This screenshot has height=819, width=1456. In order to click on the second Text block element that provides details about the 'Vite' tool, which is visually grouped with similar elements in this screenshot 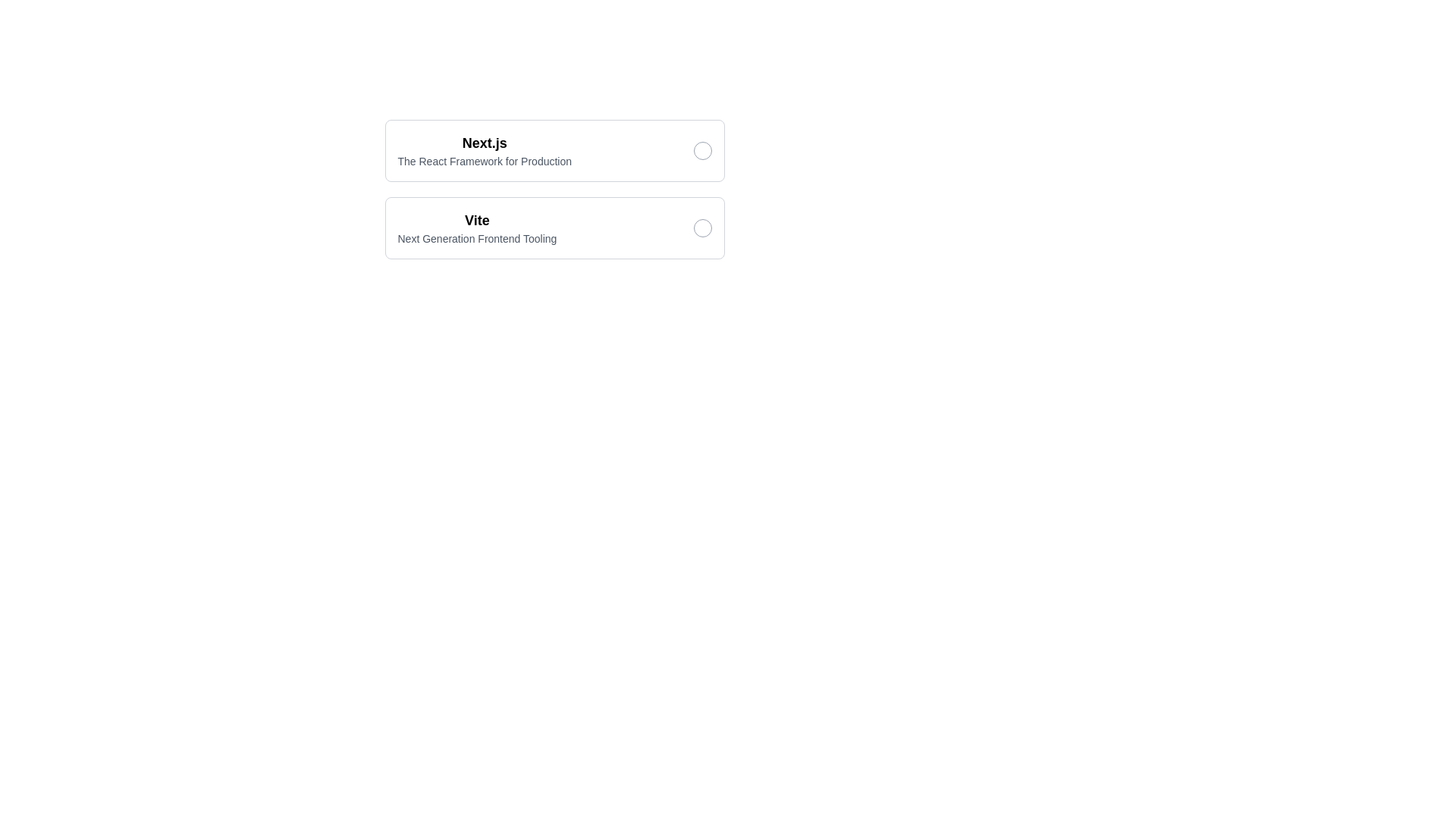, I will do `click(476, 227)`.